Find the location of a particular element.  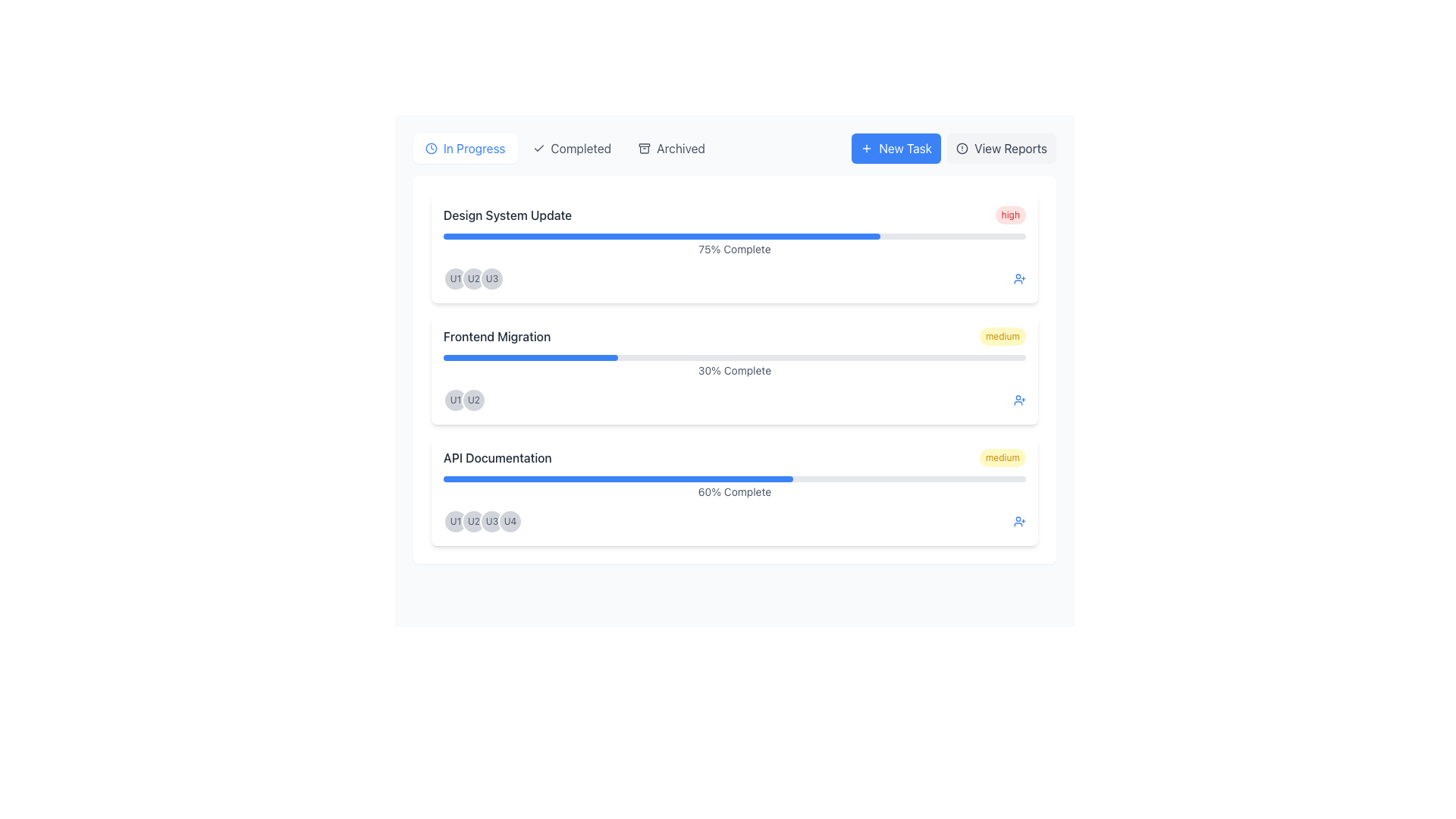

the avatar representing user 'U2', which is the second avatar in a row of four avatars located below the 'API Documentation' section is located at coordinates (472, 520).